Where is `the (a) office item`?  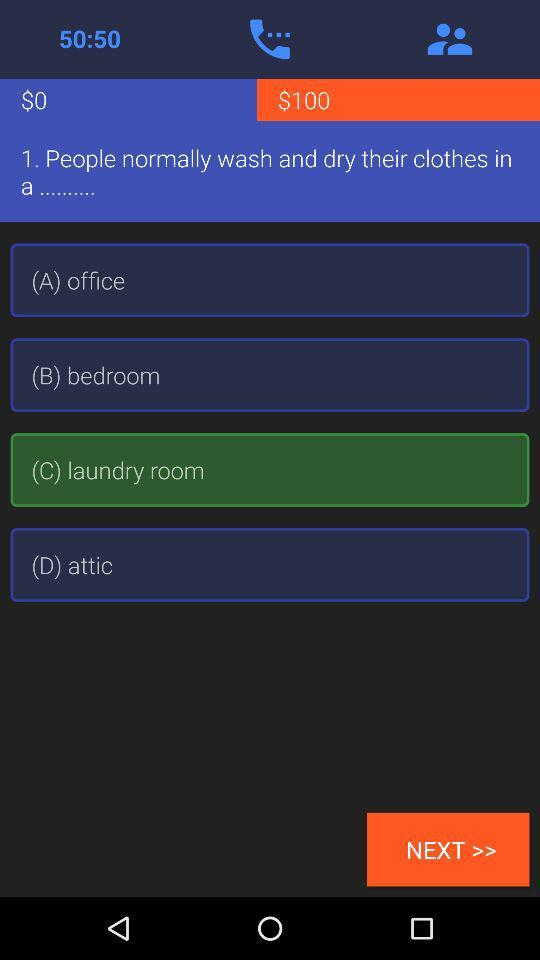
the (a) office item is located at coordinates (270, 279).